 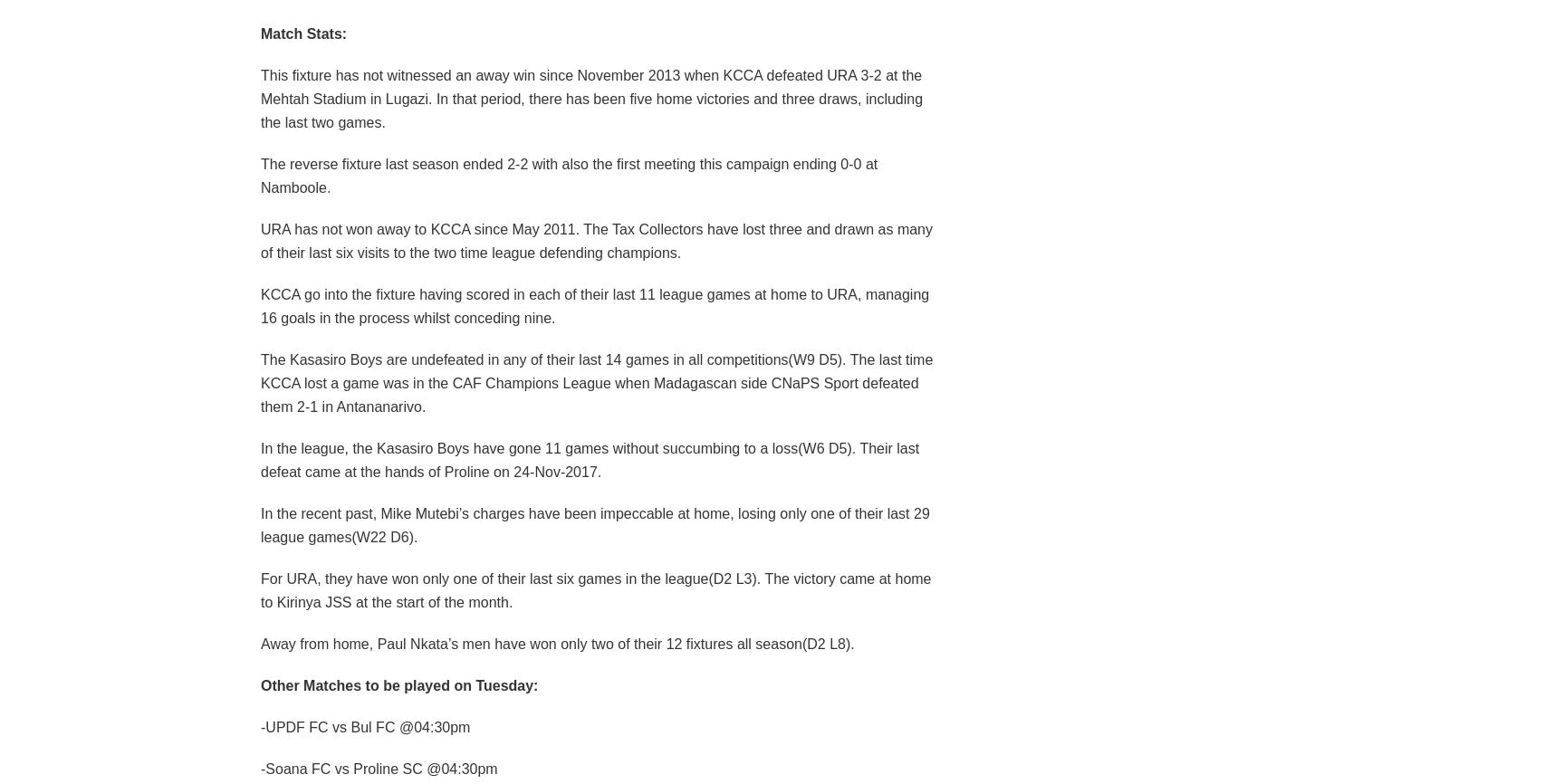 I want to click on 'For URA, they have won only one of their last six games in the league(D2 L3). The victory came at home to Kirinya JSS at the start of the month.', so click(x=259, y=588).